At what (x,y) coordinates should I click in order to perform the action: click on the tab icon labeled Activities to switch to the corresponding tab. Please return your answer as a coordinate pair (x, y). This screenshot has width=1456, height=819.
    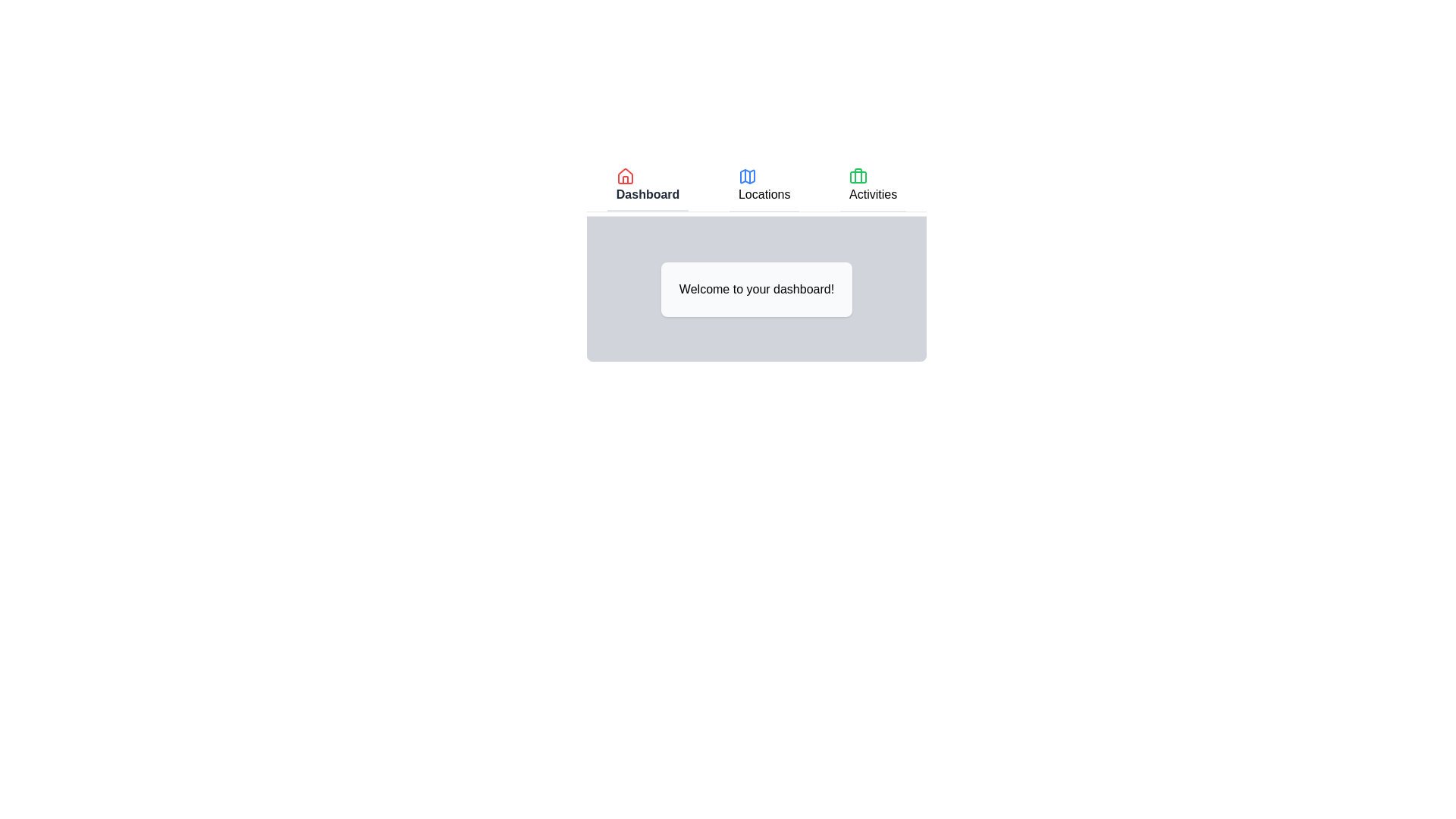
    Looking at the image, I should click on (858, 175).